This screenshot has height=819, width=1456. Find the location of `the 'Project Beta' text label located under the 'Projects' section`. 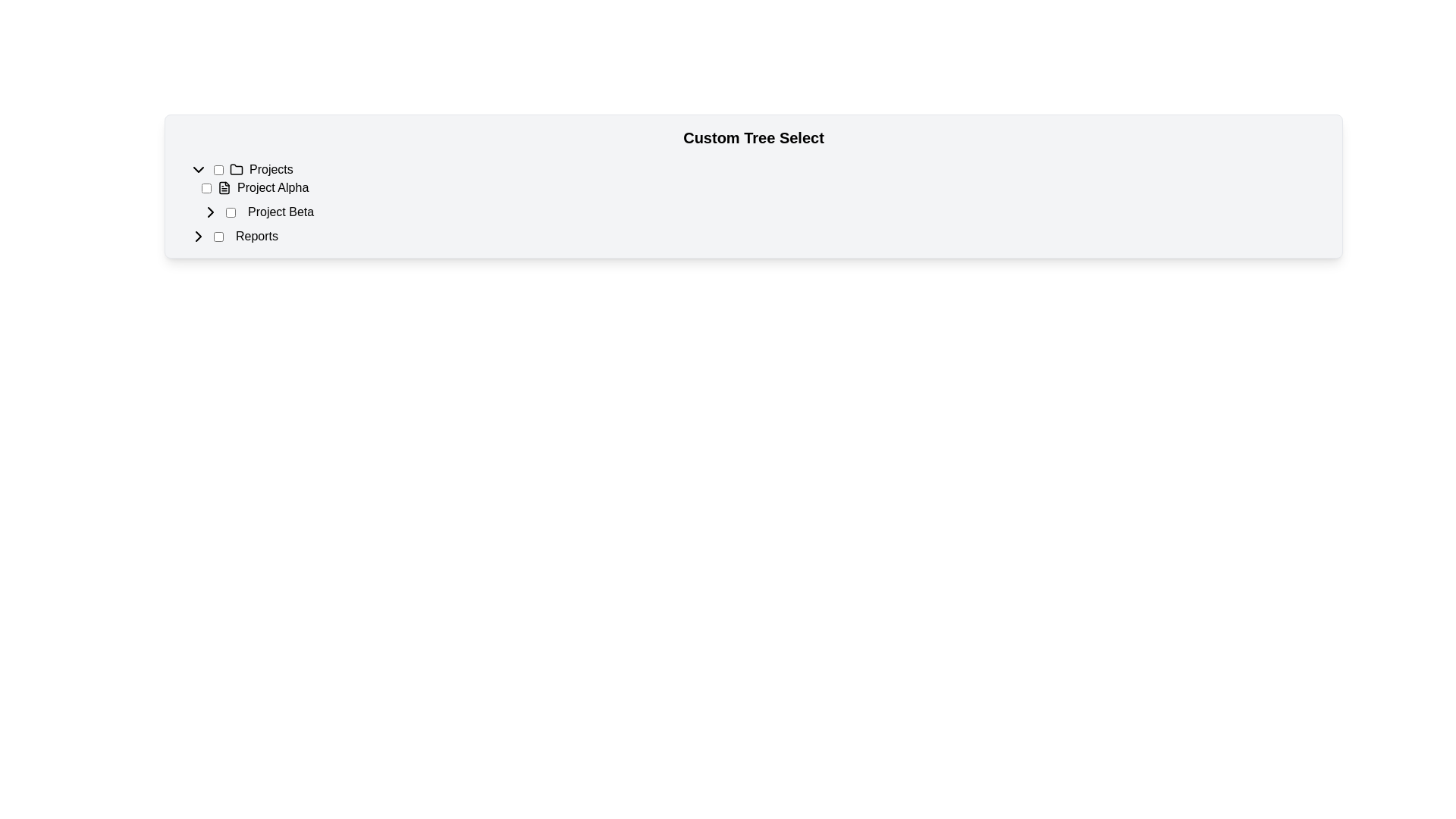

the 'Project Beta' text label located under the 'Projects' section is located at coordinates (281, 212).